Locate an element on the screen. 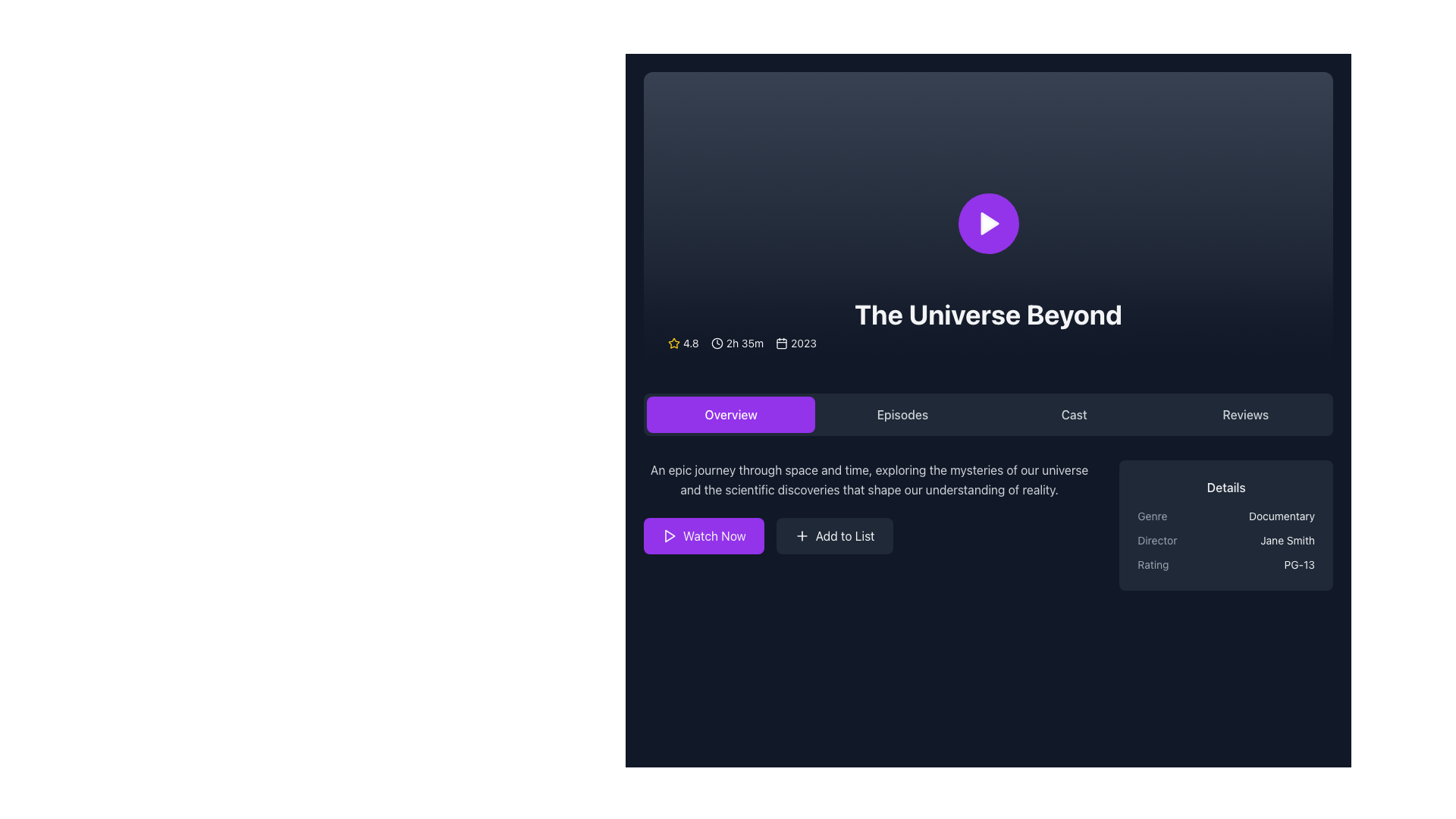 The image size is (1456, 819). the icon located centrally within the purple circular button above the title 'The Universe Beyond' to trigger additional effects is located at coordinates (988, 223).